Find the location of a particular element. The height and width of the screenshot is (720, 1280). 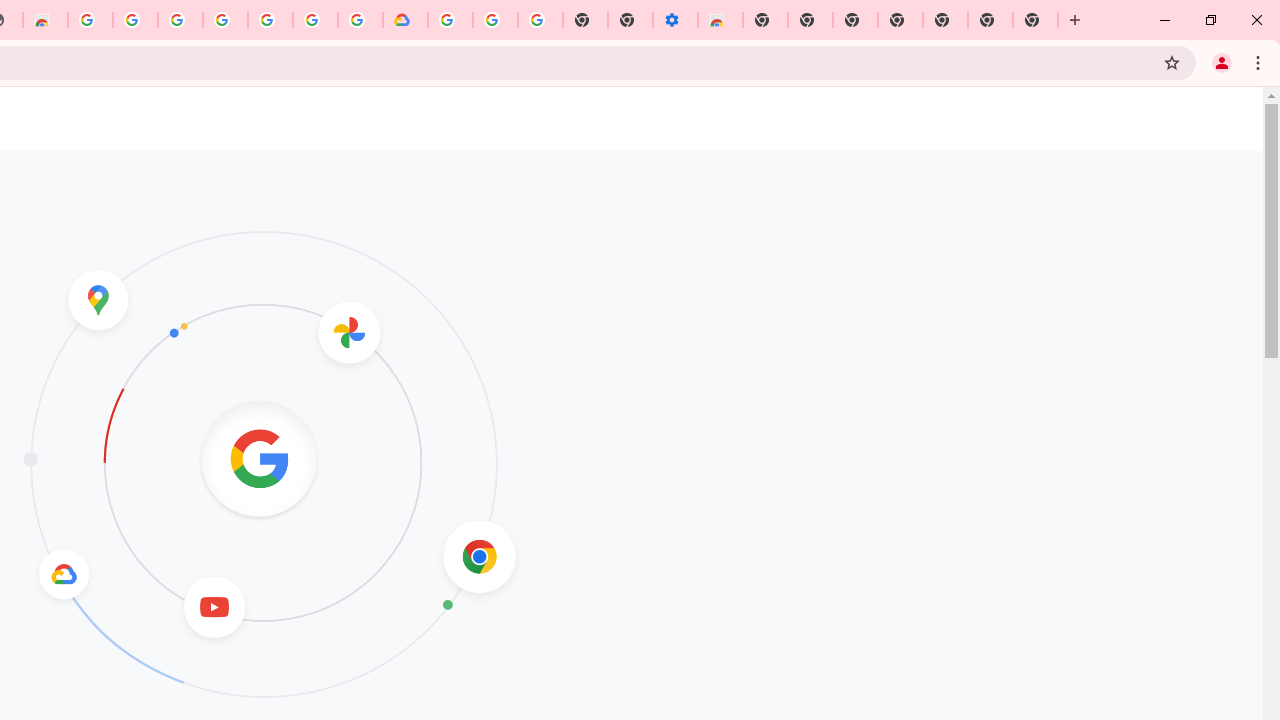

'Restore' is located at coordinates (1209, 20).